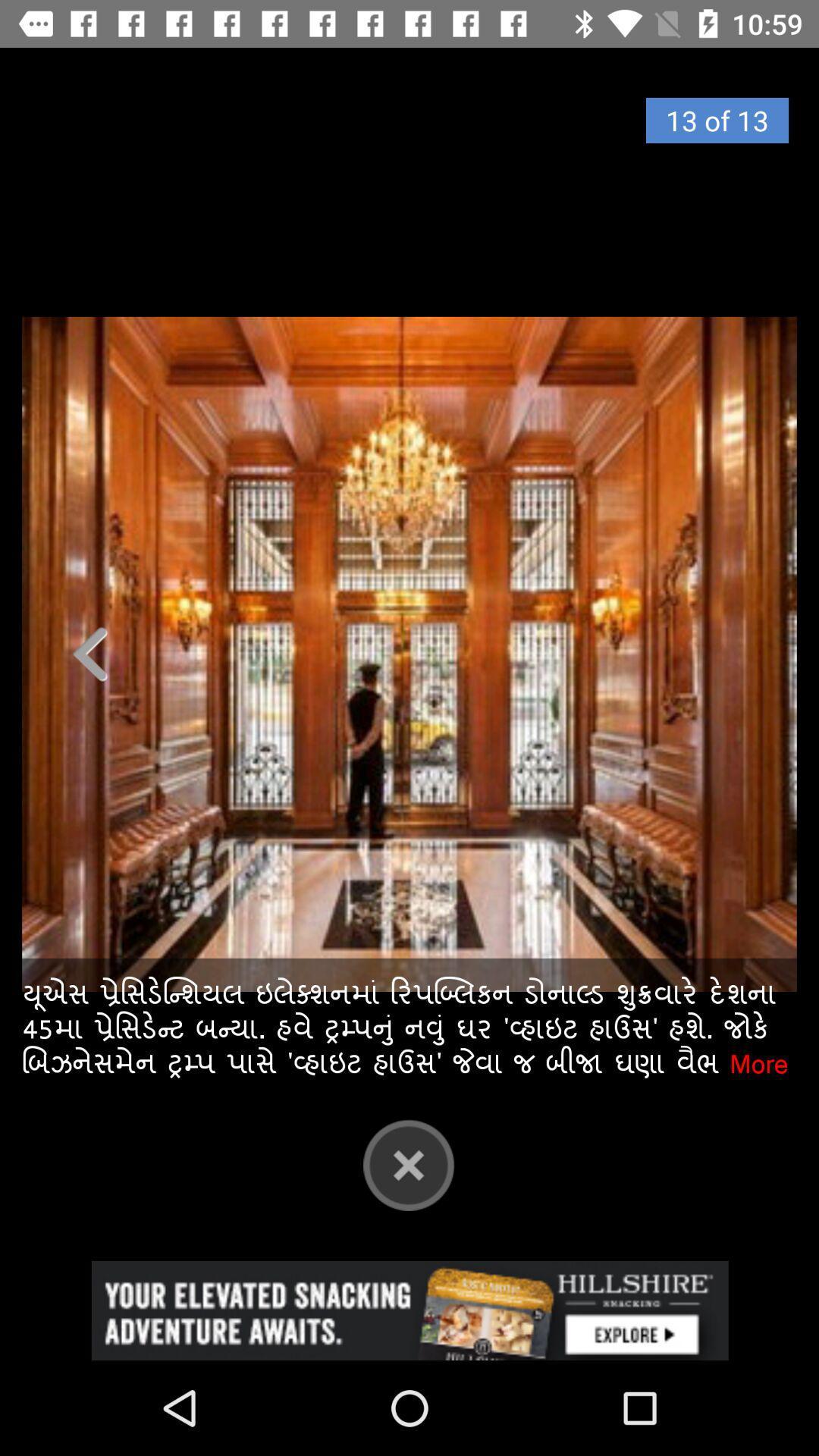  Describe the element at coordinates (89, 654) in the screenshot. I see `the arrow_backward icon` at that location.